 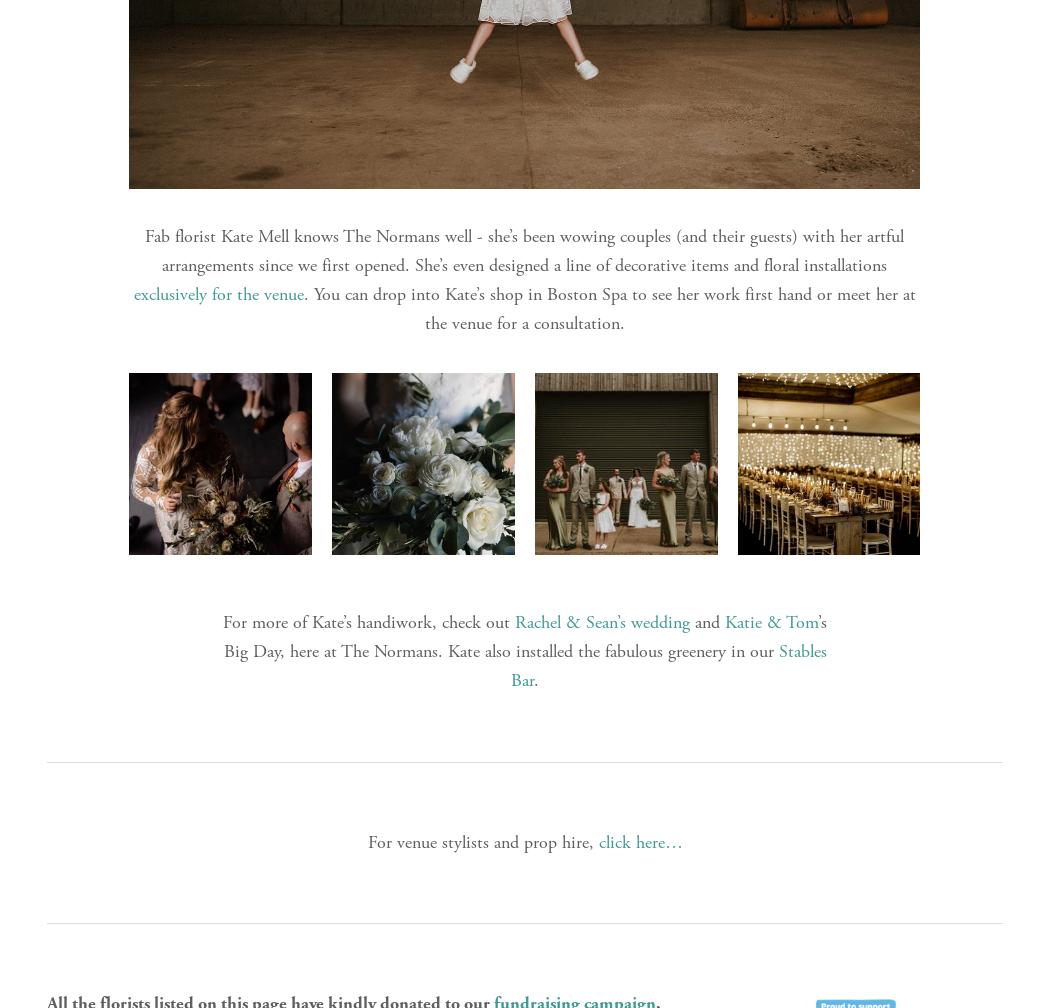 I want to click on 'click here…', so click(x=596, y=841).